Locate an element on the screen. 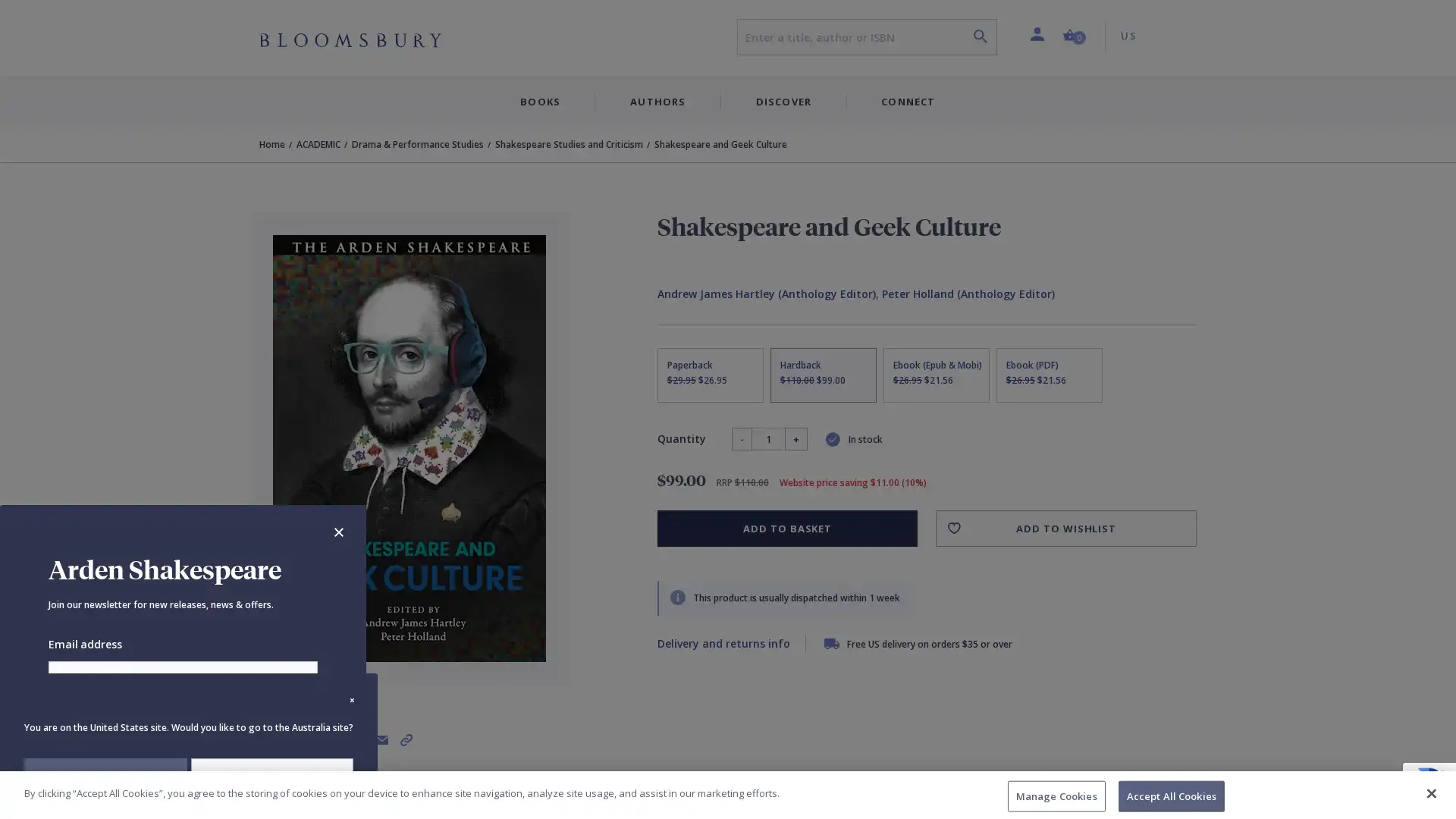  Manage Cookies is located at coordinates (1055, 795).